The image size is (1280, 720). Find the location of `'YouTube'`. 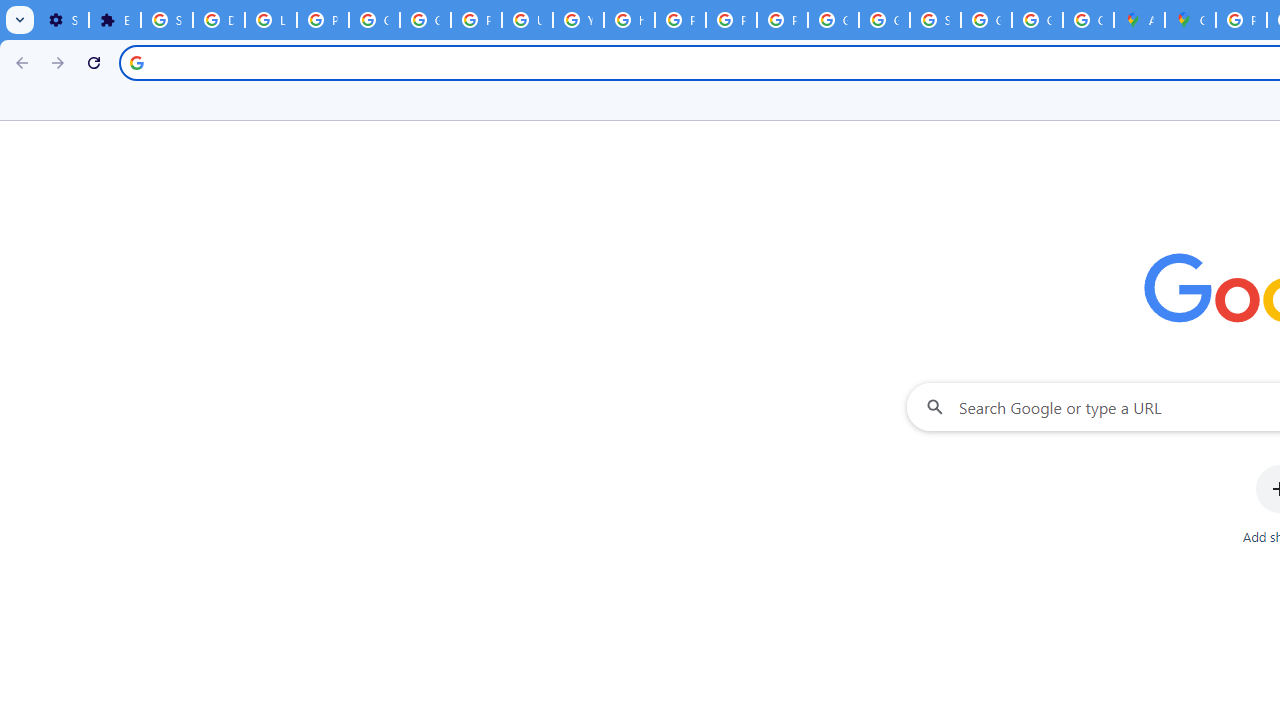

'YouTube' is located at coordinates (577, 20).